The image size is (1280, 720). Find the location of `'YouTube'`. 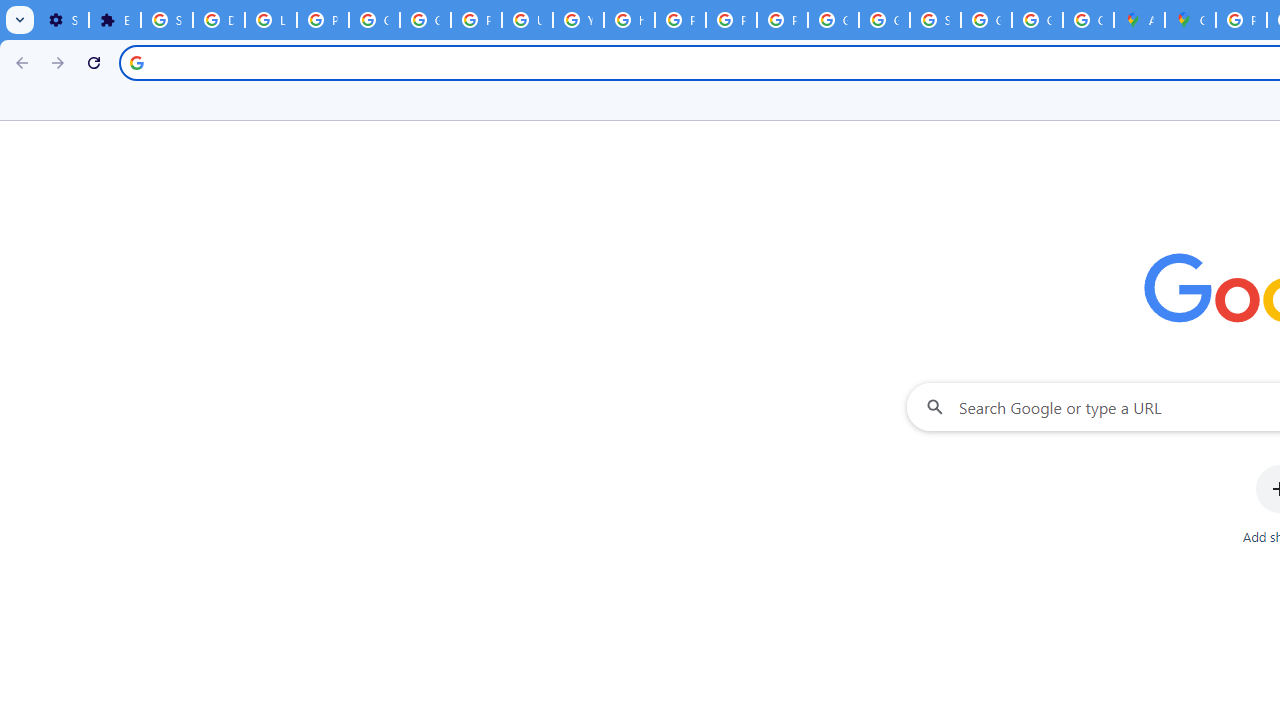

'YouTube' is located at coordinates (577, 20).